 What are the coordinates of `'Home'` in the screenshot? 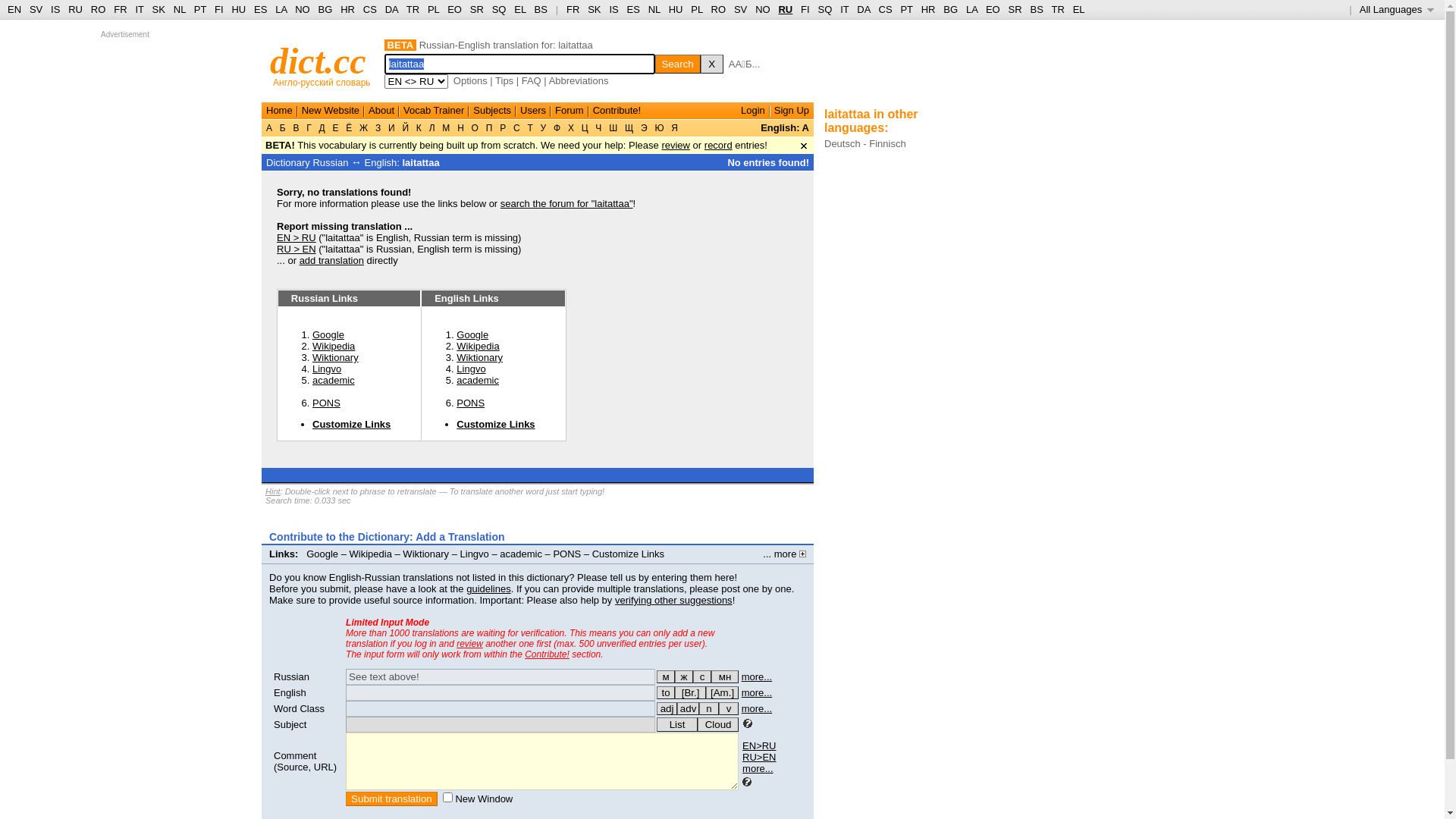 It's located at (279, 109).